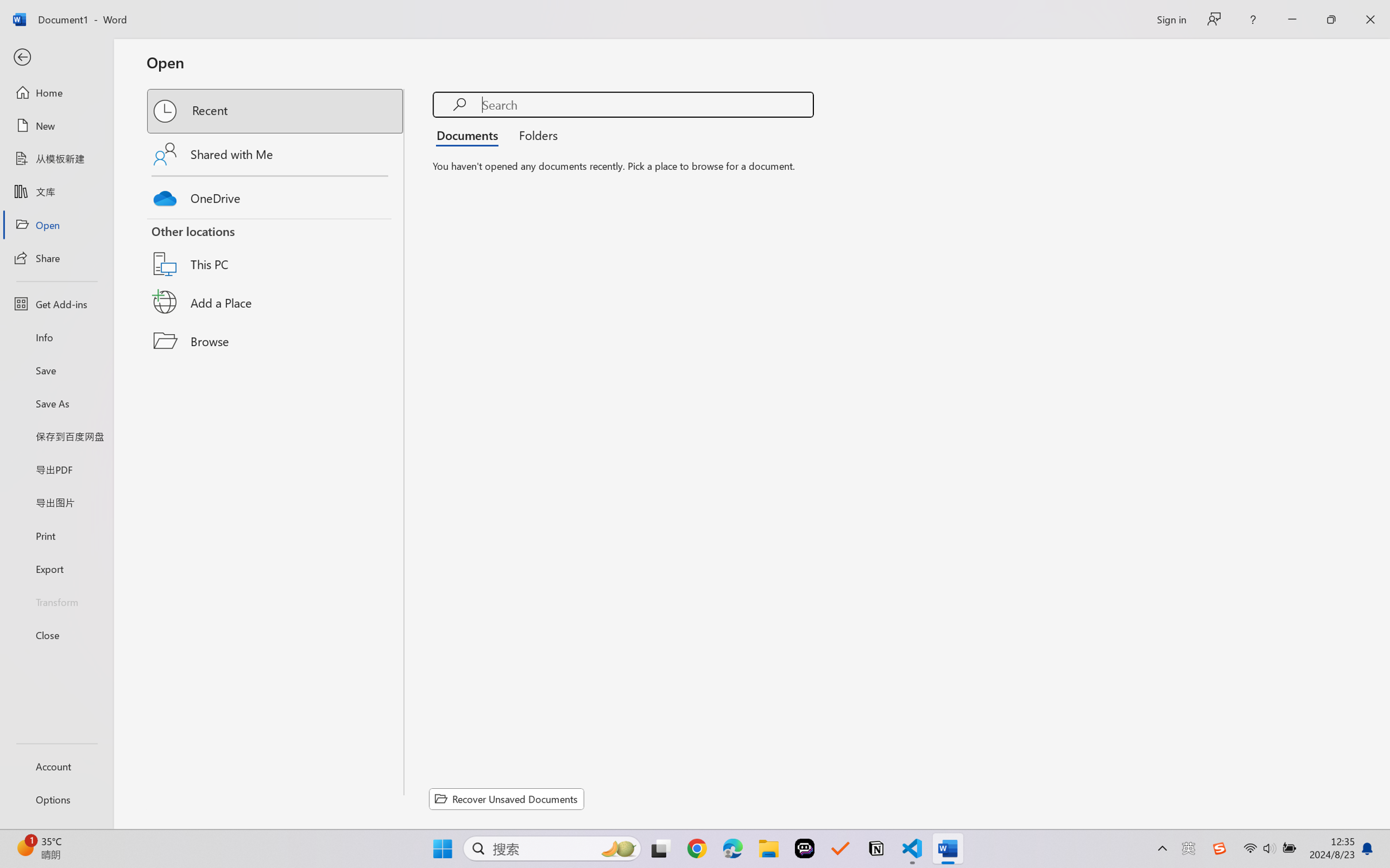  I want to click on 'This PC', so click(276, 250).